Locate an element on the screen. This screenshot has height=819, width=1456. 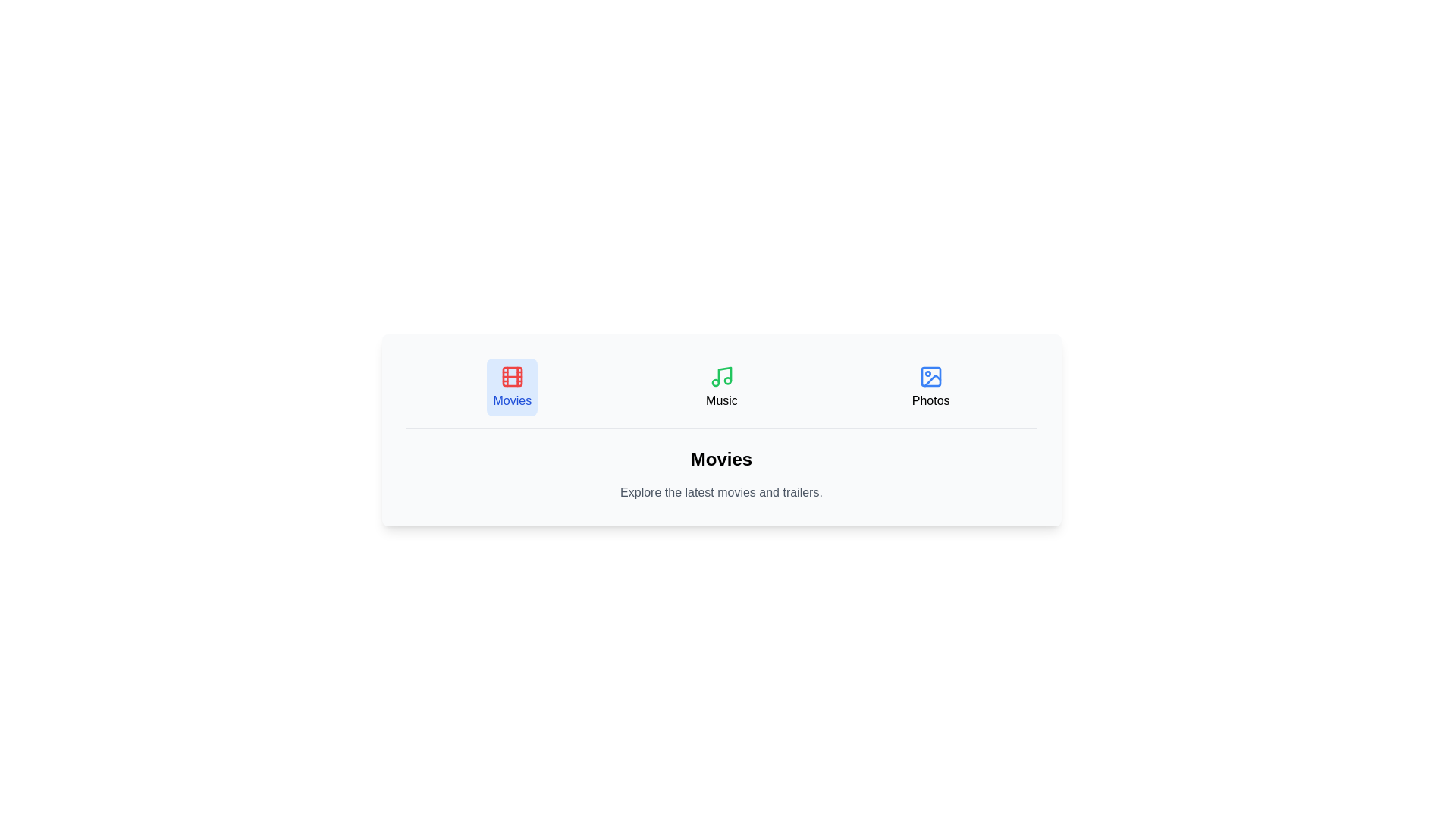
the Music tab by clicking on its button is located at coordinates (720, 386).